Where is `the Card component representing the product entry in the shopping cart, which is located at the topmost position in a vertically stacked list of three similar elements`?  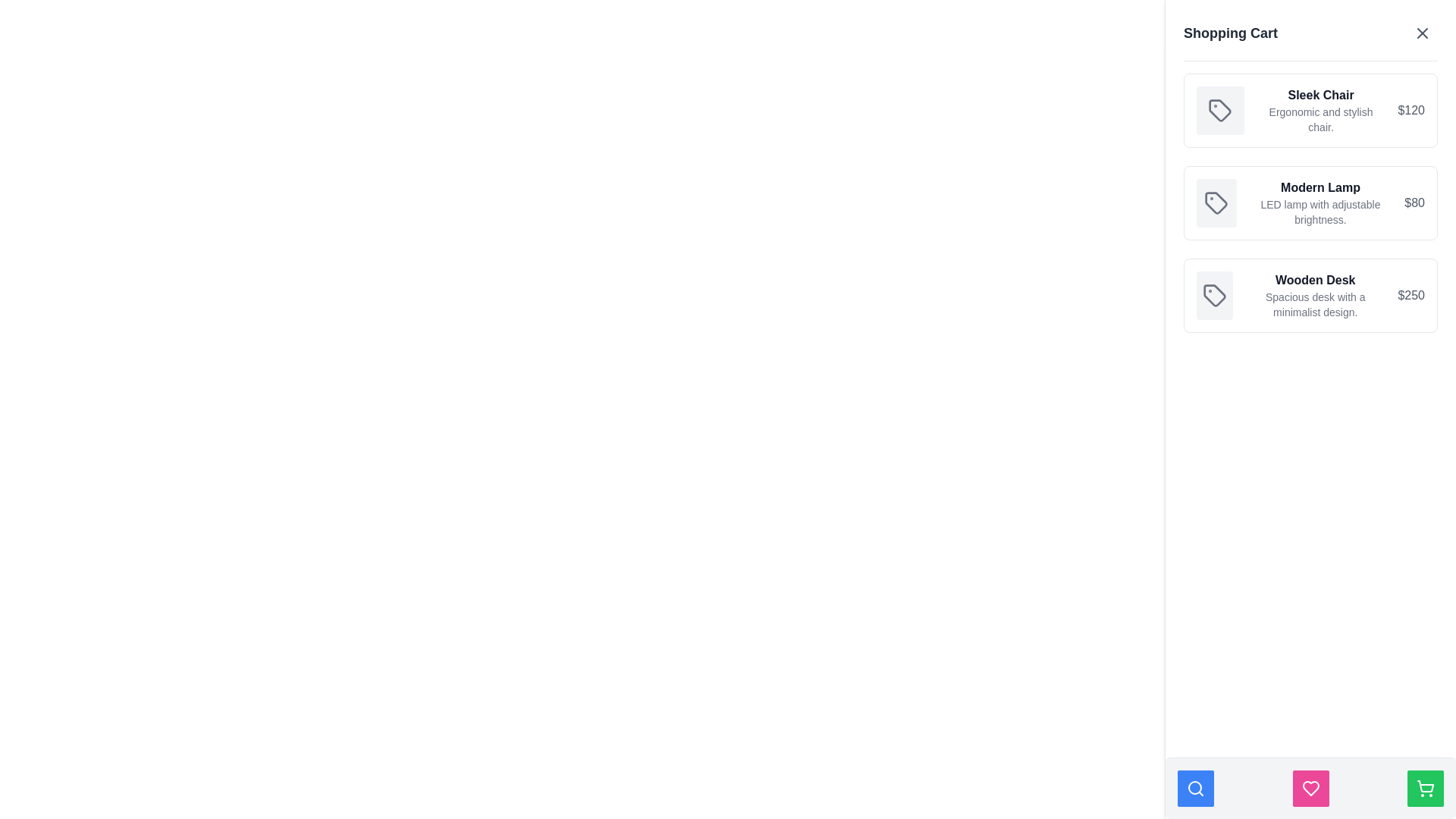
the Card component representing the product entry in the shopping cart, which is located at the topmost position in a vertically stacked list of three similar elements is located at coordinates (1310, 110).